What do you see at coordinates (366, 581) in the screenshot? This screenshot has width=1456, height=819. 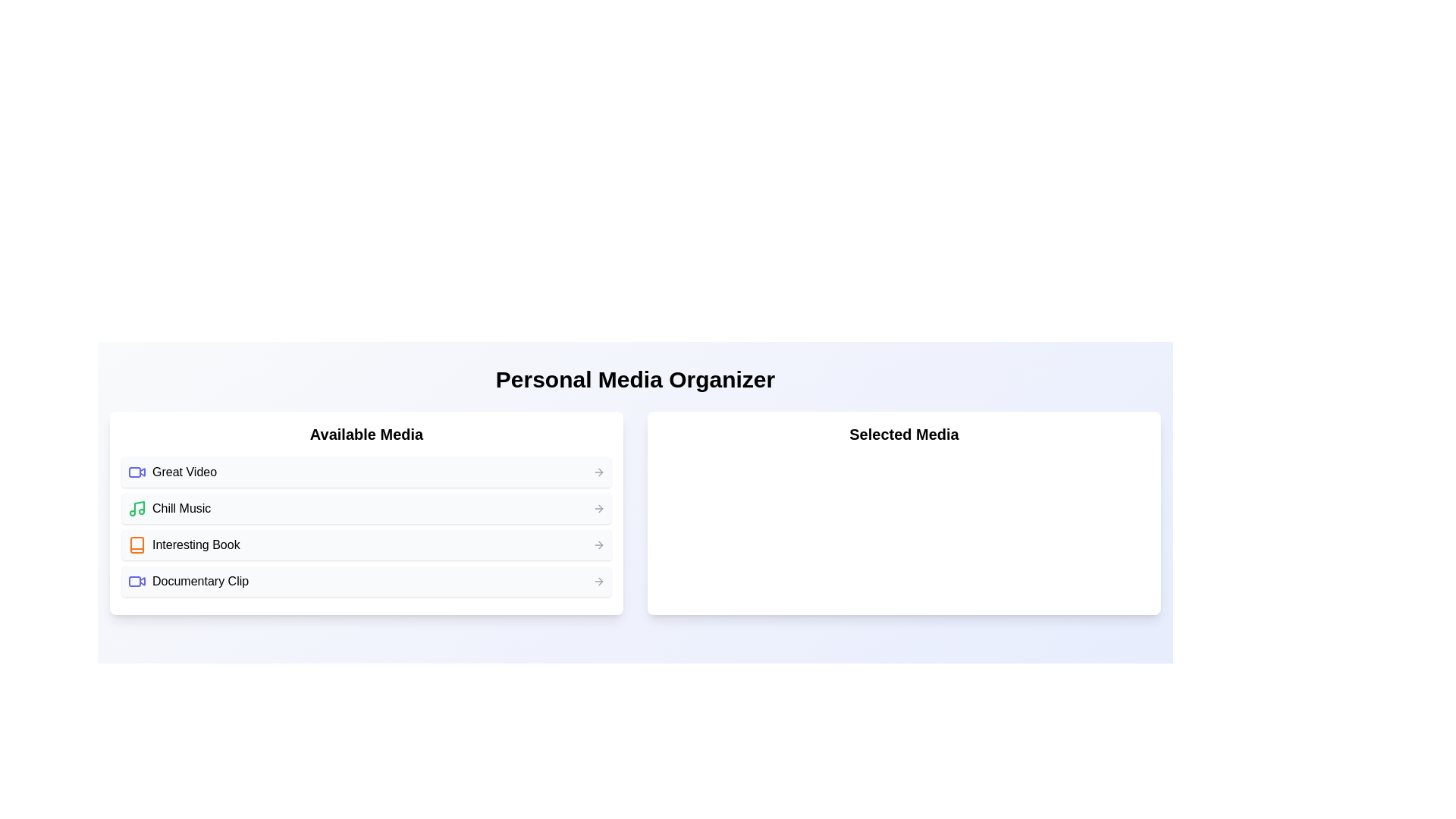 I see `the 'Documentary Clip' button, which is the fourth item in the vertical list under 'Available Media'` at bounding box center [366, 581].